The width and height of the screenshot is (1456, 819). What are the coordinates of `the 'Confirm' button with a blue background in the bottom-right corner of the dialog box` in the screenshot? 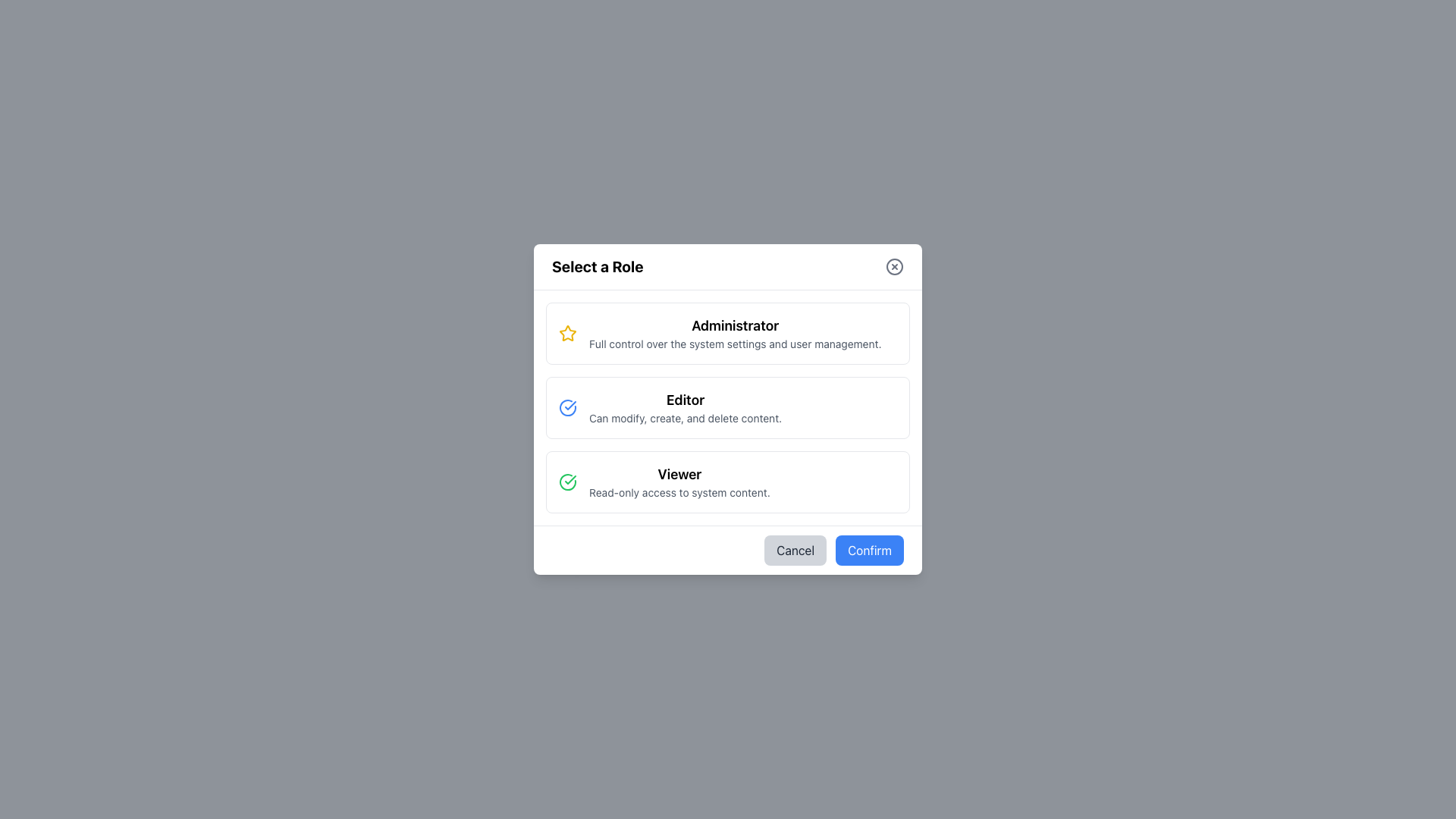 It's located at (870, 550).